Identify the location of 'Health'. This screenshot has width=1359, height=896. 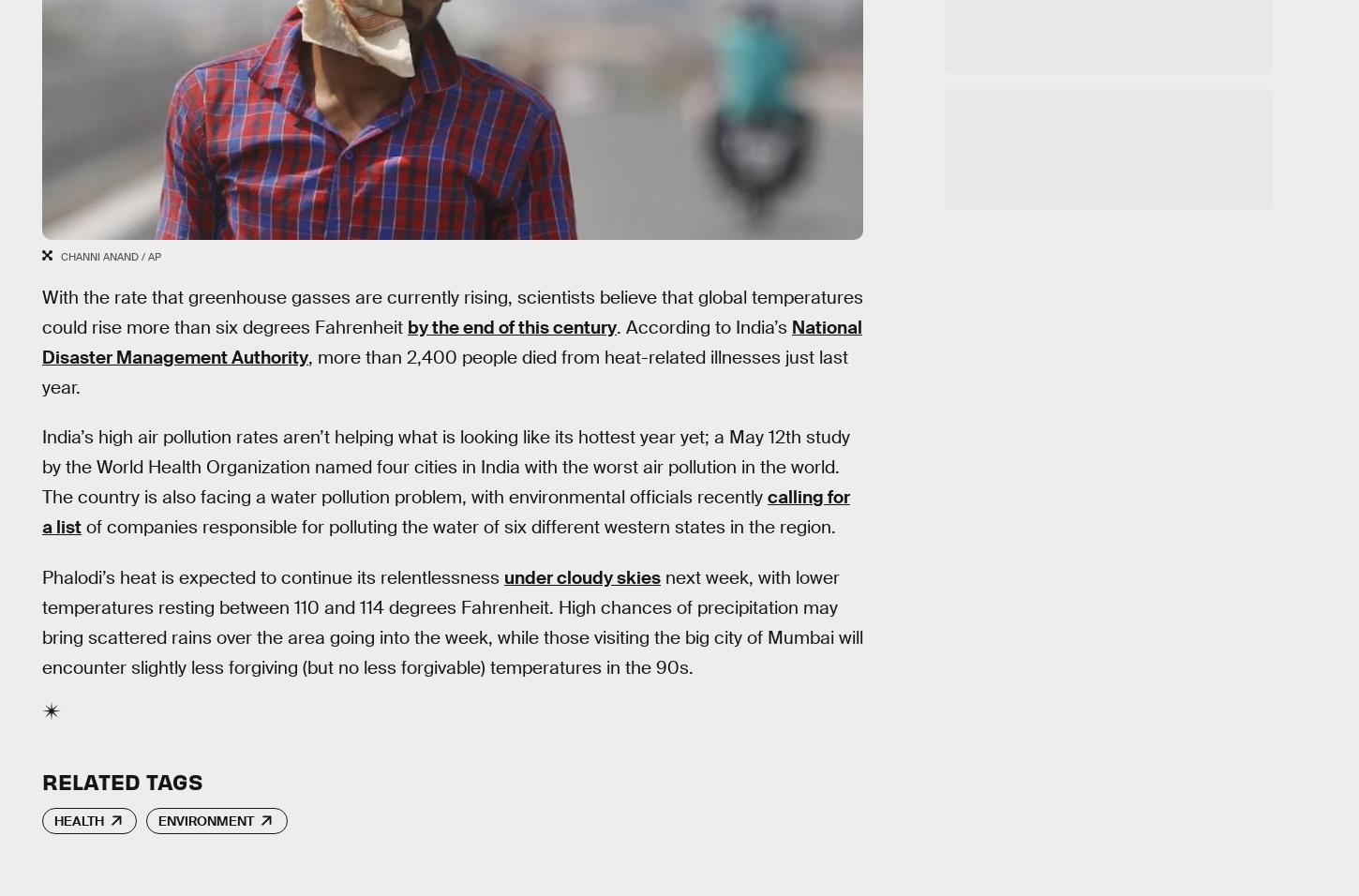
(54, 820).